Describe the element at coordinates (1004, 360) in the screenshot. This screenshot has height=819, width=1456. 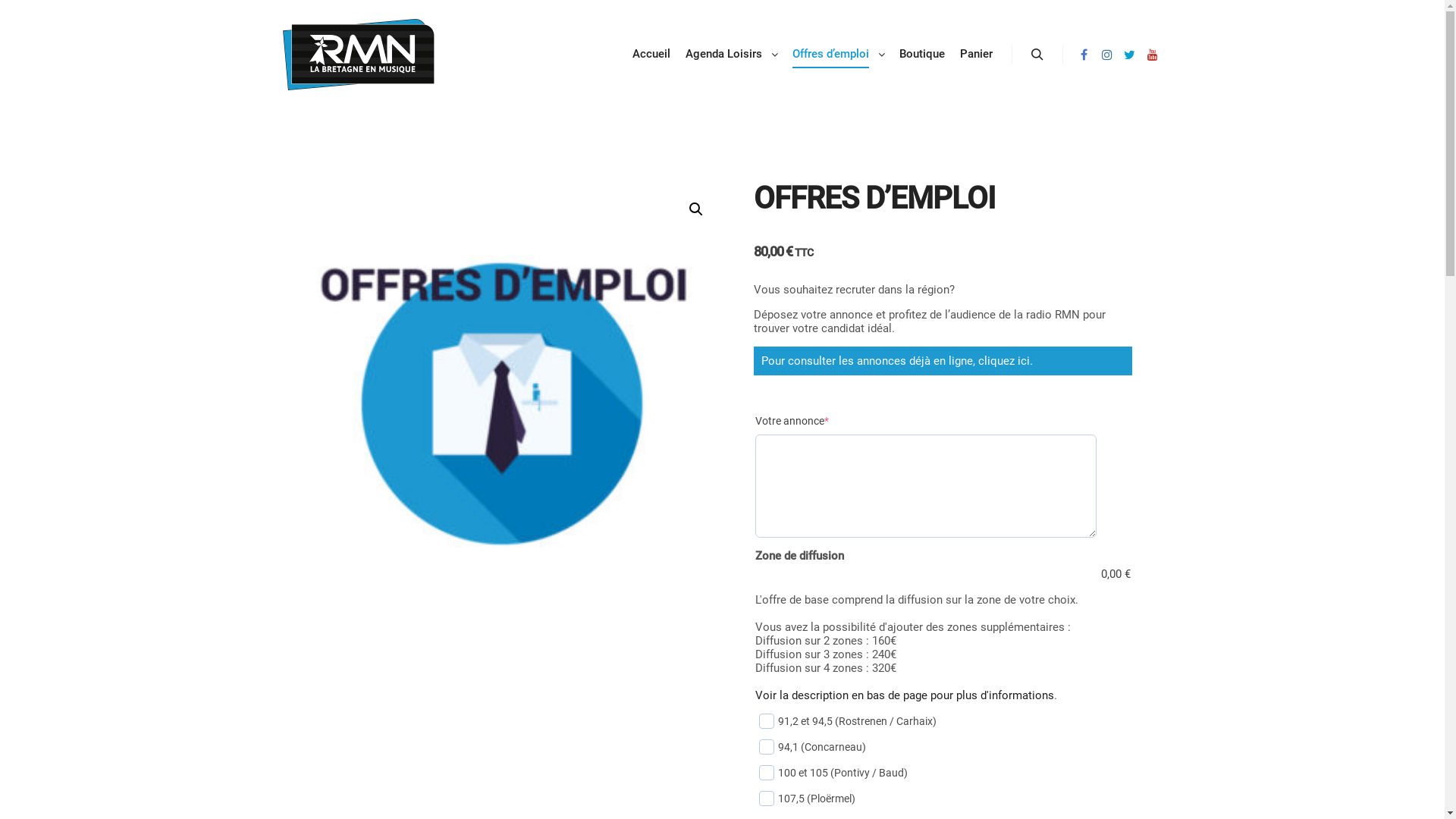
I see `'cliquez ici'` at that location.